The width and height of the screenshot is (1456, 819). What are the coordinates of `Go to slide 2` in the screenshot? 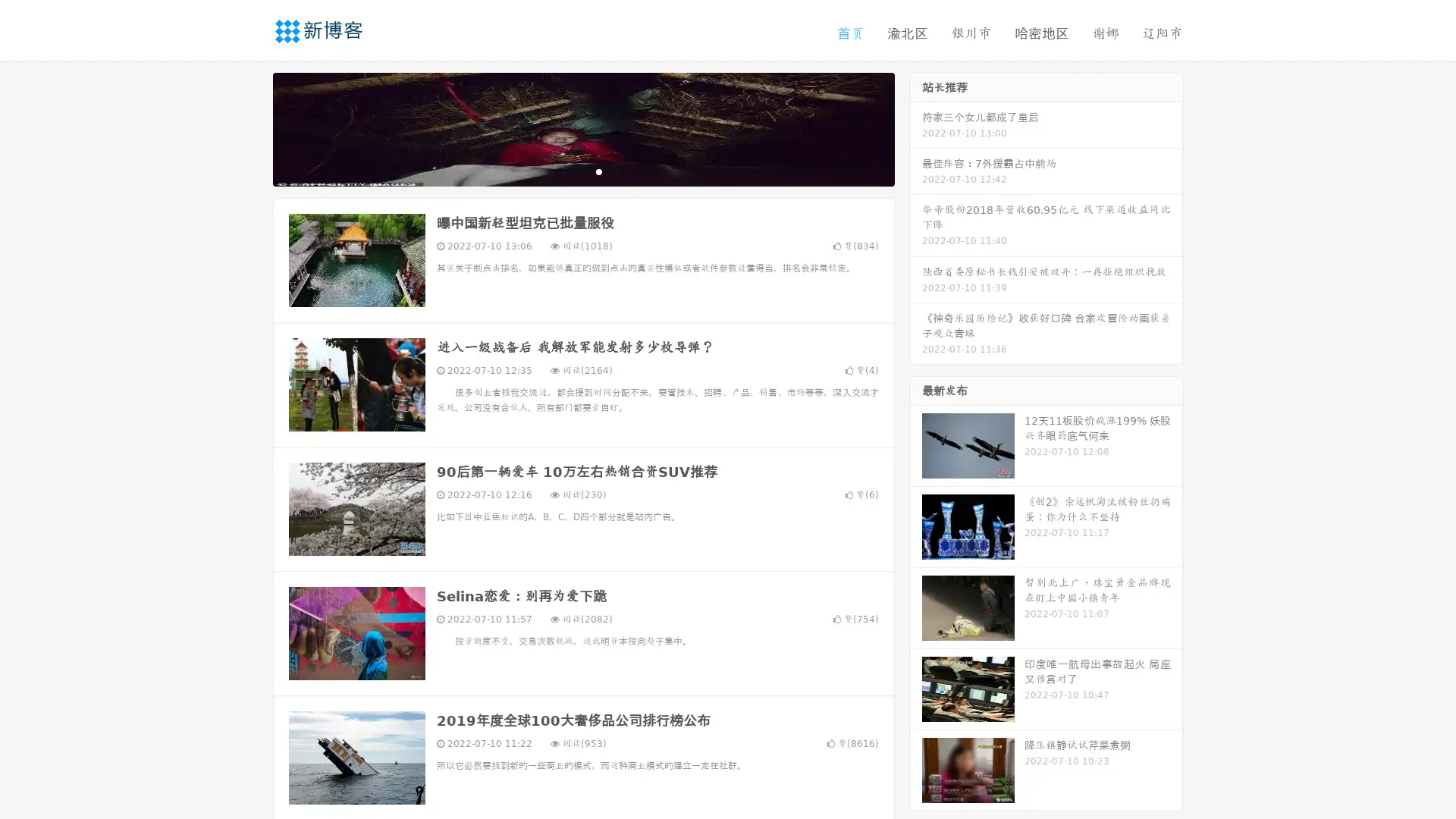 It's located at (582, 171).